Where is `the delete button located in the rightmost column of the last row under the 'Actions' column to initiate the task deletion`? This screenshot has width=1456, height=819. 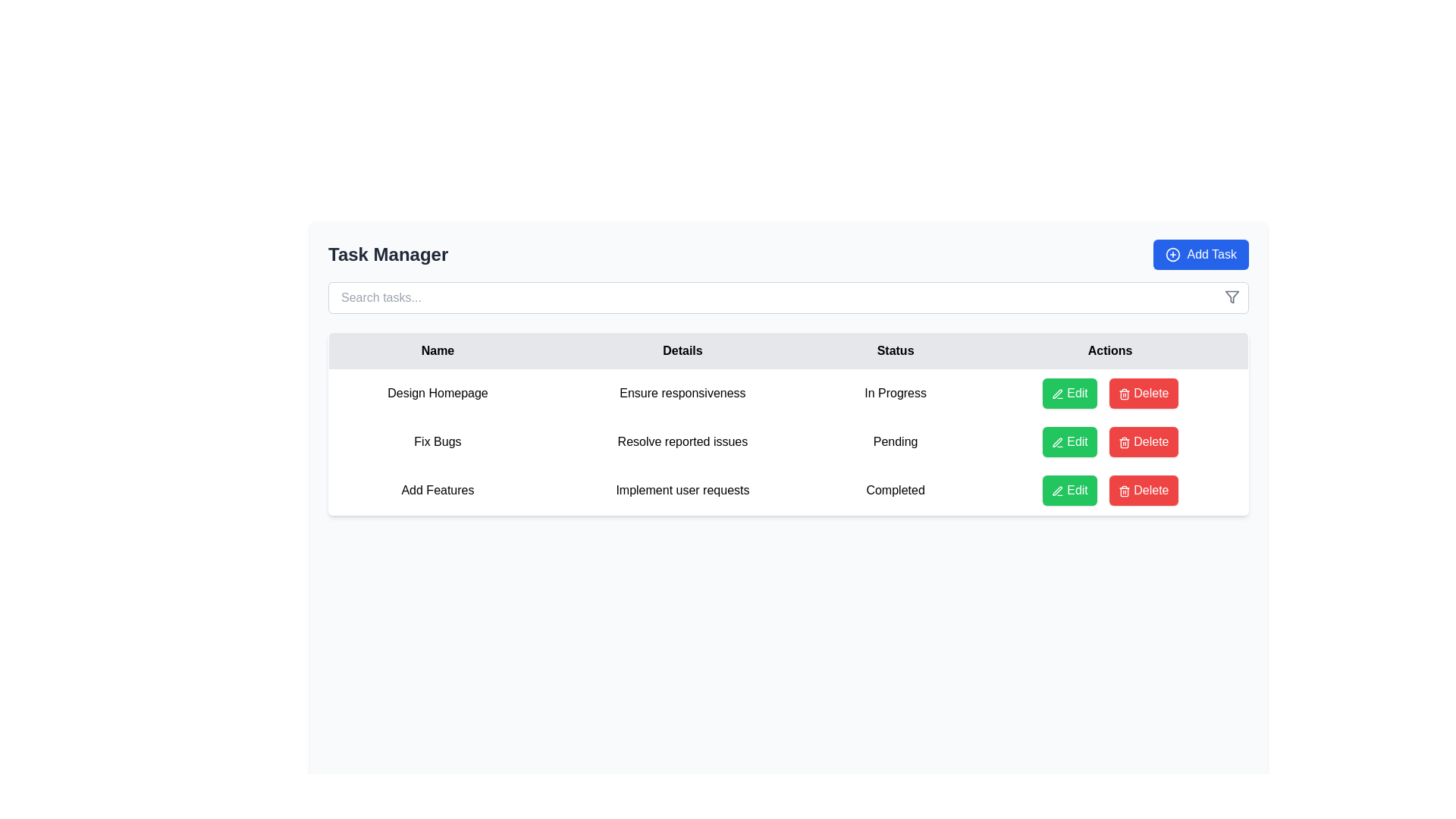
the delete button located in the rightmost column of the last row under the 'Actions' column to initiate the task deletion is located at coordinates (1144, 491).